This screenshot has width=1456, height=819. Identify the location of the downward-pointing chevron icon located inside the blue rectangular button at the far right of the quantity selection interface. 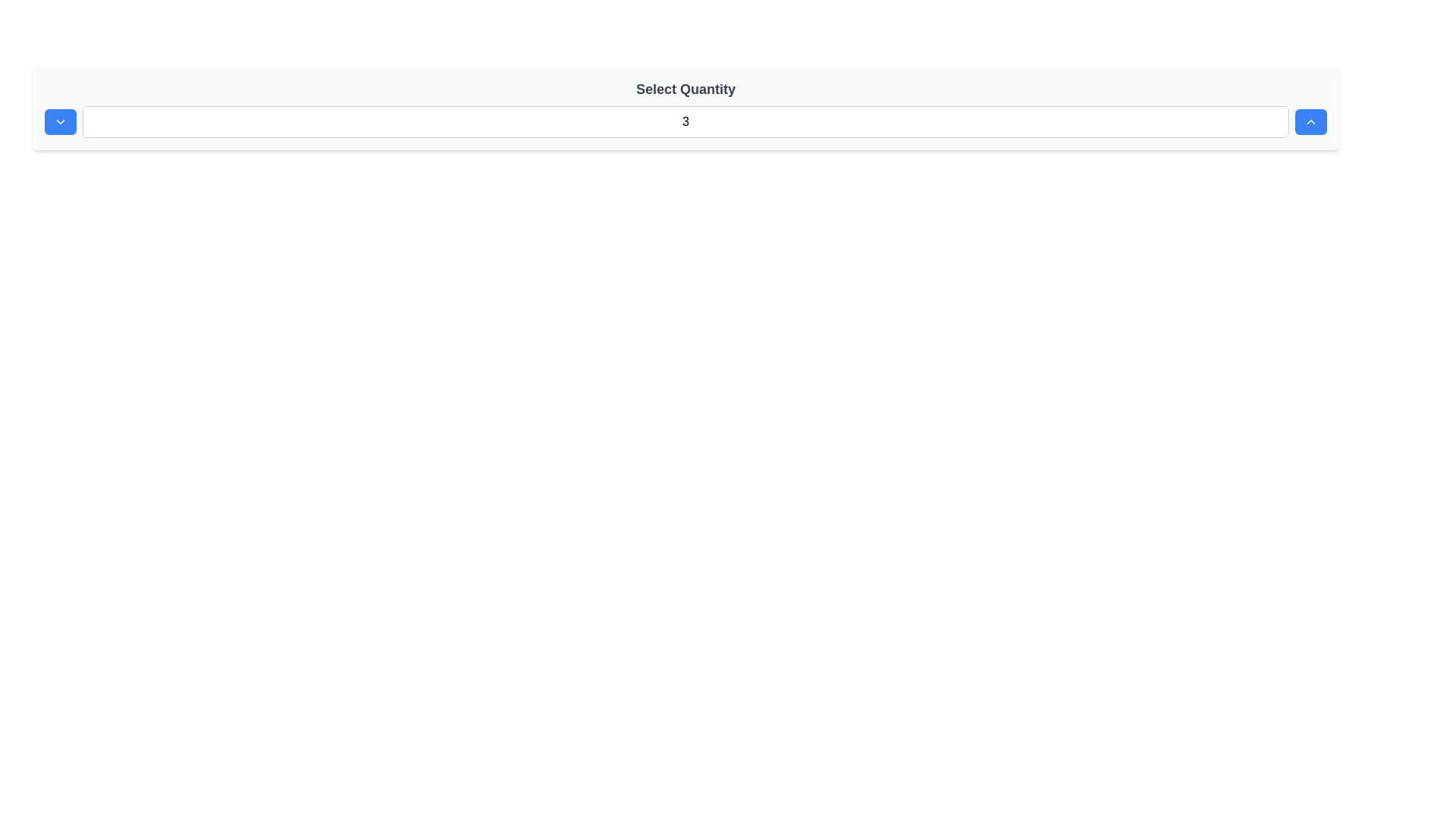
(61, 121).